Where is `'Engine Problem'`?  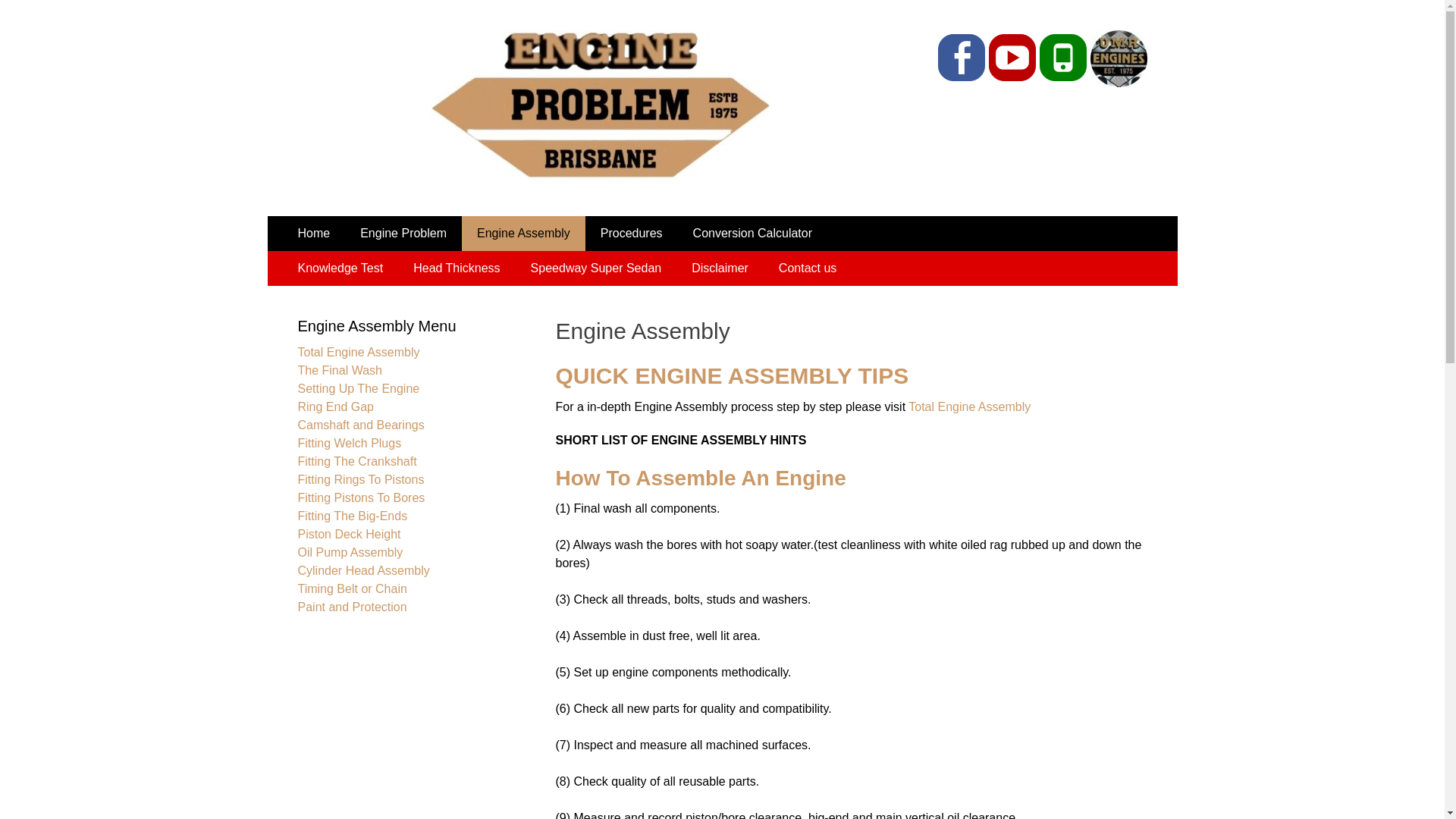
'Engine Problem' is located at coordinates (344, 234).